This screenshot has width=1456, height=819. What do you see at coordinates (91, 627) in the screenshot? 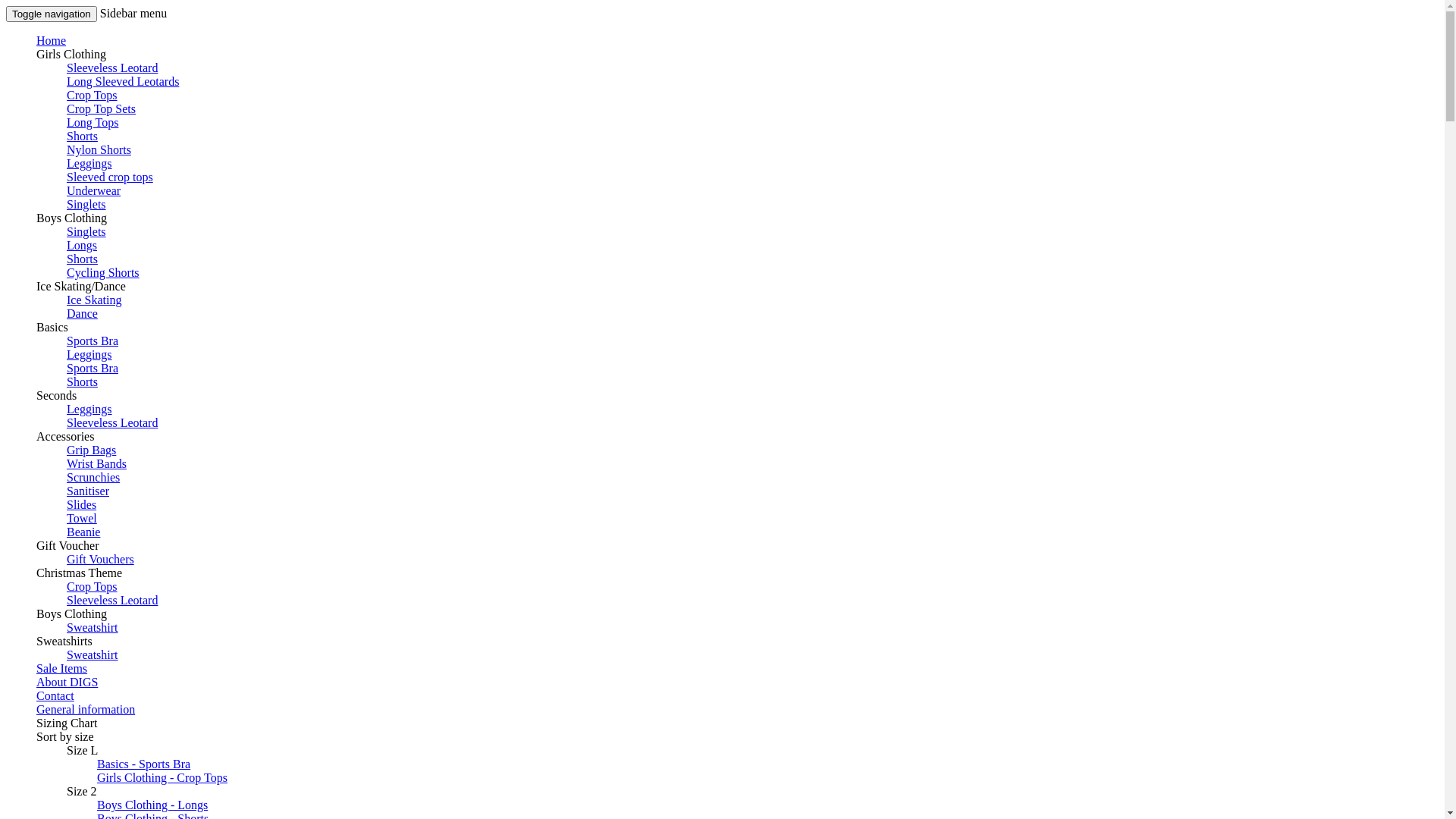
I see `'Sweatshirt'` at bounding box center [91, 627].